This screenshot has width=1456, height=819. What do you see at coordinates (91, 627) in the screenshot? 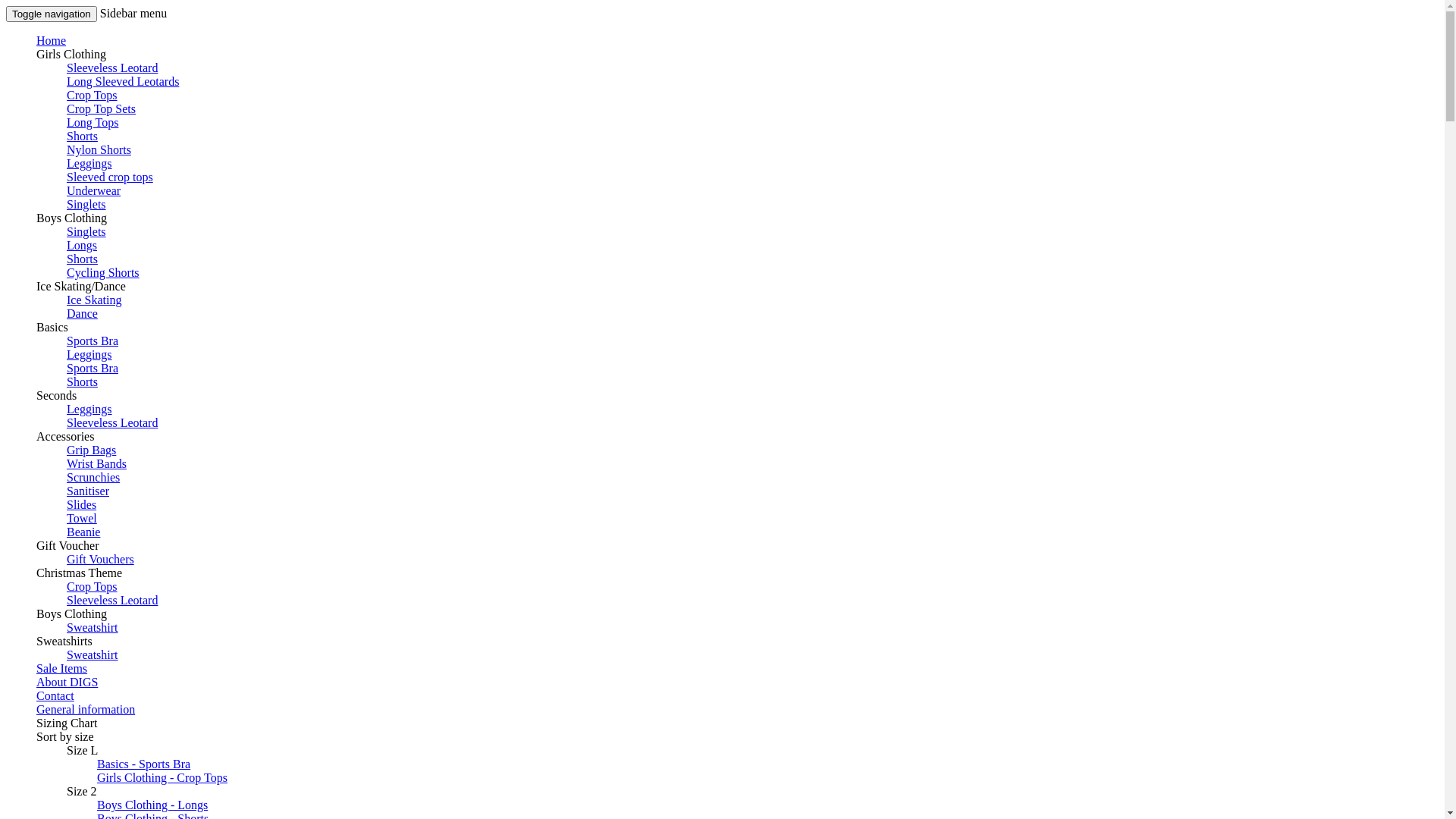
I see `'Sweatshirt'` at bounding box center [91, 627].